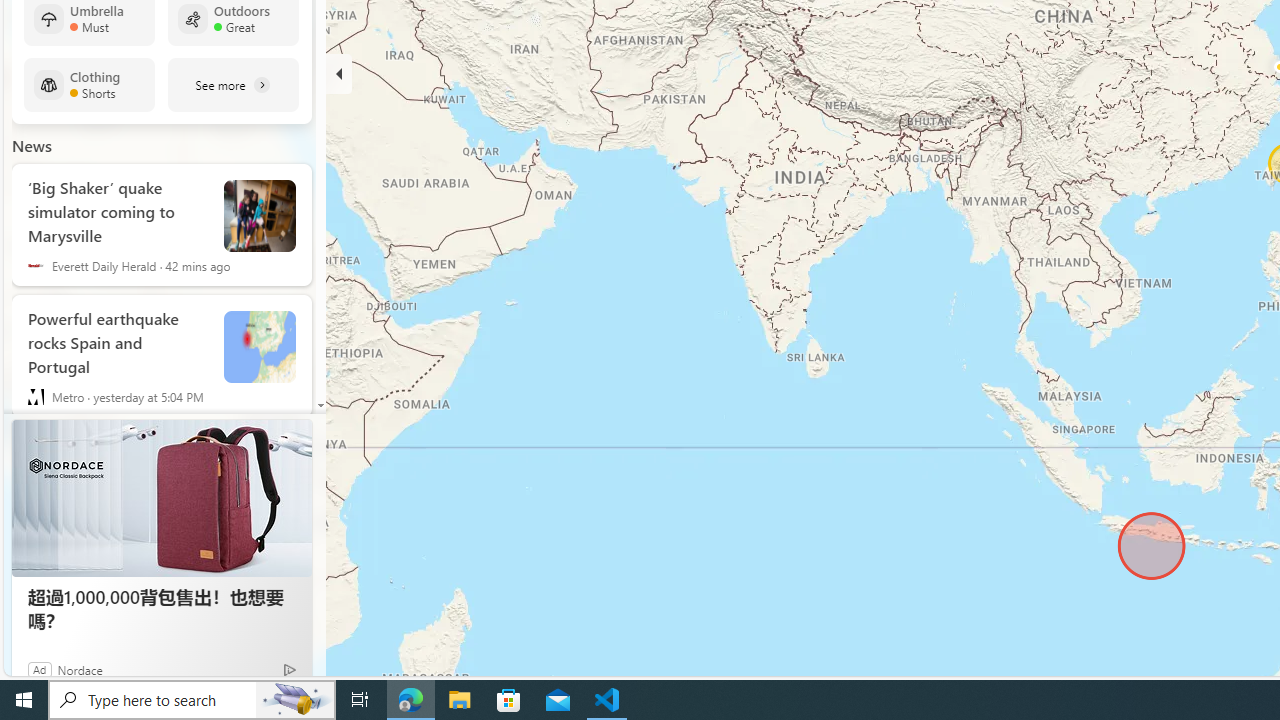  Describe the element at coordinates (35, 396) in the screenshot. I see `'Metro'` at that location.